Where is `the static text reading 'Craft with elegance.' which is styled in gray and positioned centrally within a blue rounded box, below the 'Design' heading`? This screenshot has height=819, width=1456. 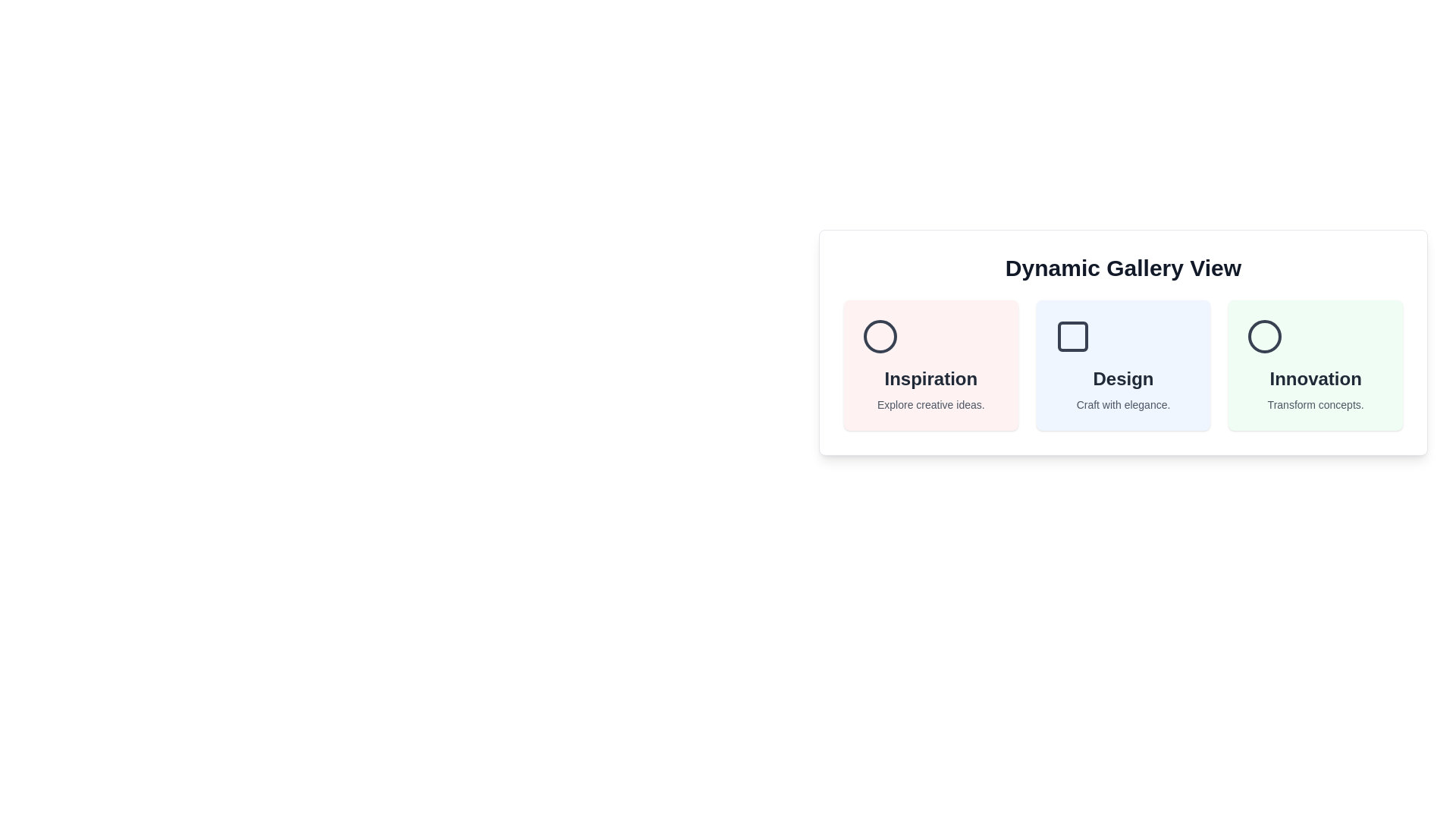 the static text reading 'Craft with elegance.' which is styled in gray and positioned centrally within a blue rounded box, below the 'Design' heading is located at coordinates (1123, 403).